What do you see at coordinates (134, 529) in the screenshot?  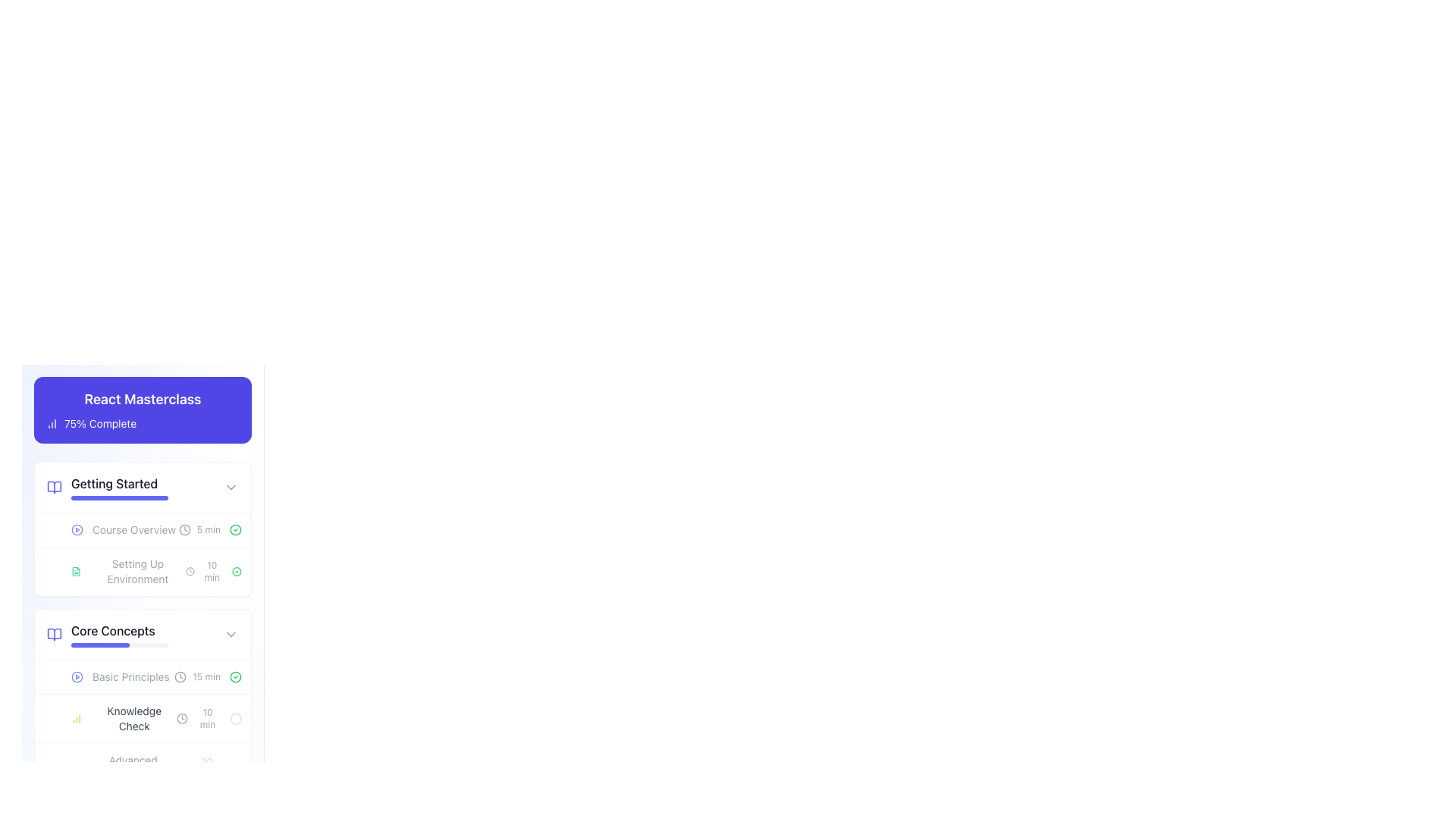 I see `text label that provides the title of the course content section, located immediately to the right of a circular play icon in the 'Getting Started' section` at bounding box center [134, 529].